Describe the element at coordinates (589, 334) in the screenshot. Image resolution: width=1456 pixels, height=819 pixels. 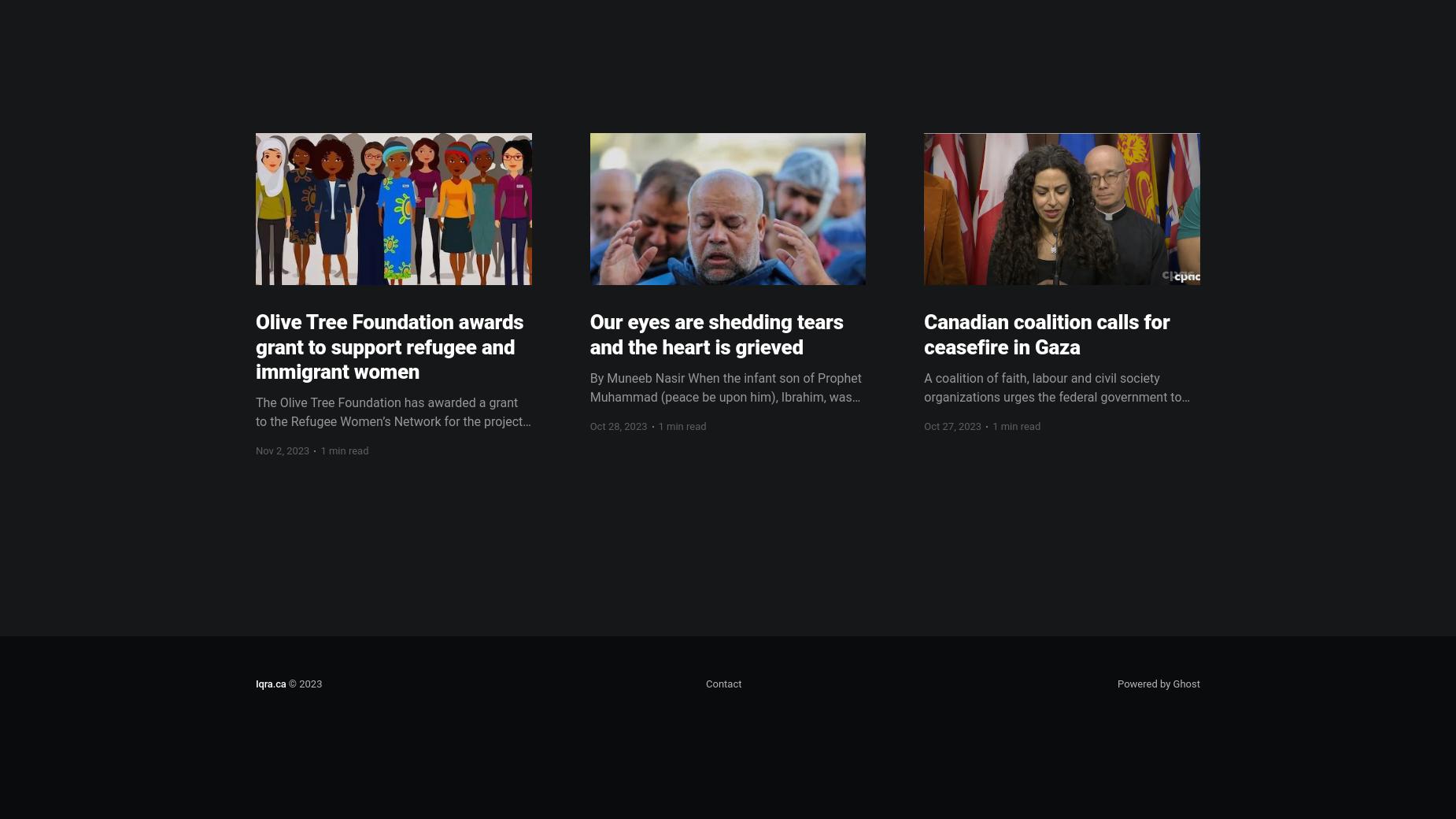
I see `'Our eyes are shedding tears and the heart is grieved'` at that location.